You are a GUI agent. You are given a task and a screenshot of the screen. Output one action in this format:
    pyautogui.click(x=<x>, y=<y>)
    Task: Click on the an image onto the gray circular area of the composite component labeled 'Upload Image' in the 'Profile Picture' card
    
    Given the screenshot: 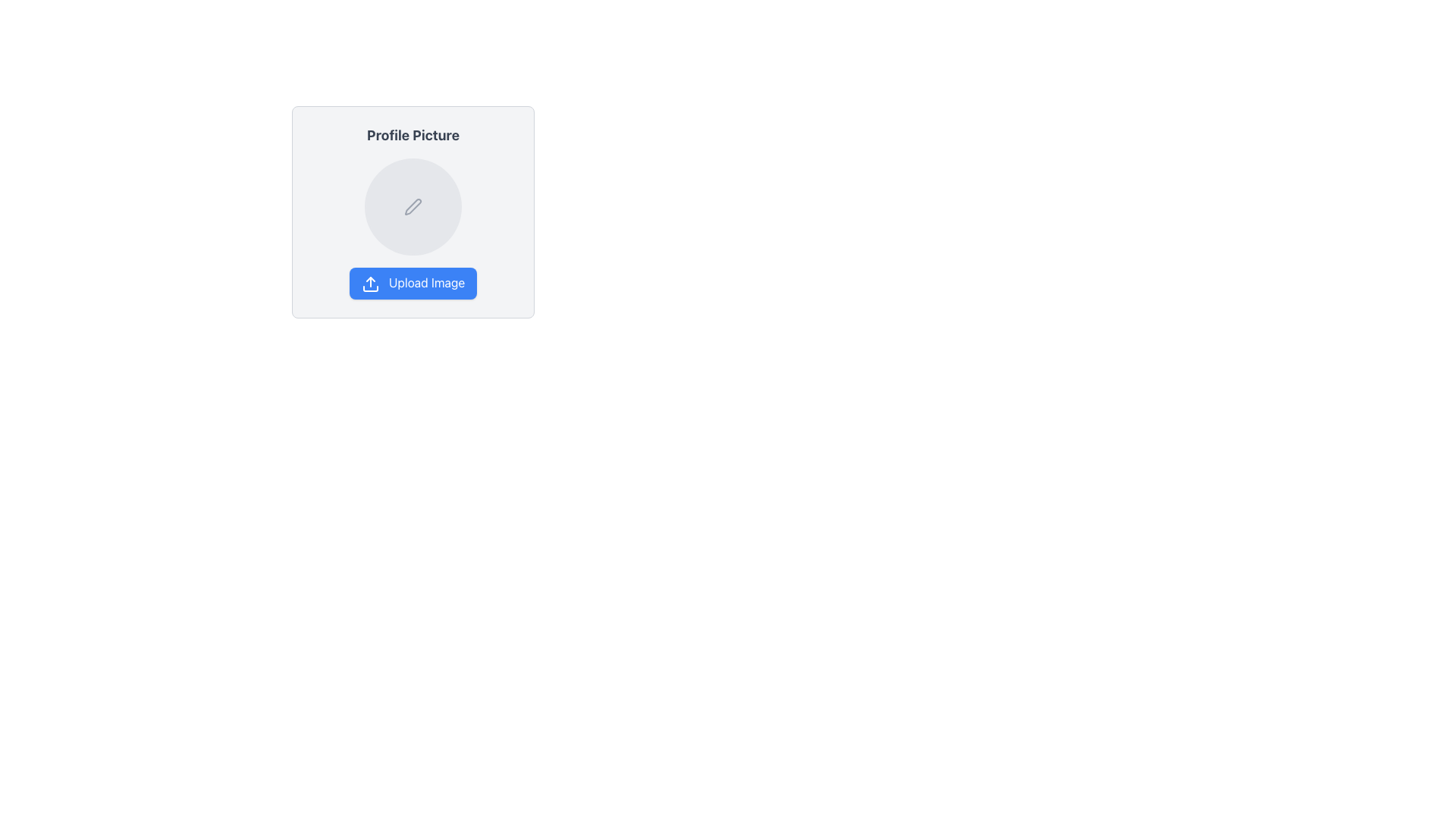 What is the action you would take?
    pyautogui.click(x=413, y=228)
    